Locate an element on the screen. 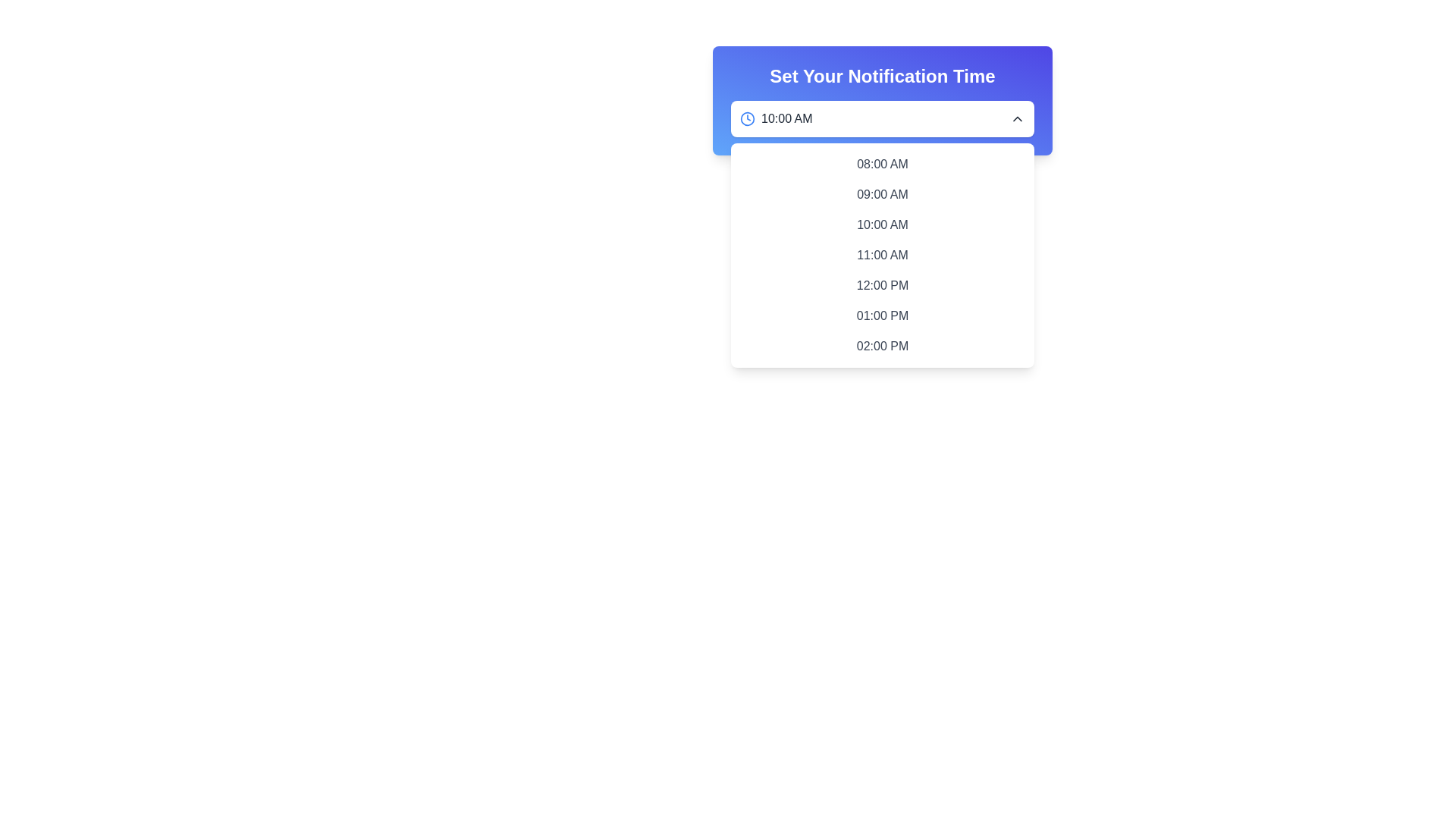  the second time selection option in the dropdown menu to set the notification time is located at coordinates (882, 194).